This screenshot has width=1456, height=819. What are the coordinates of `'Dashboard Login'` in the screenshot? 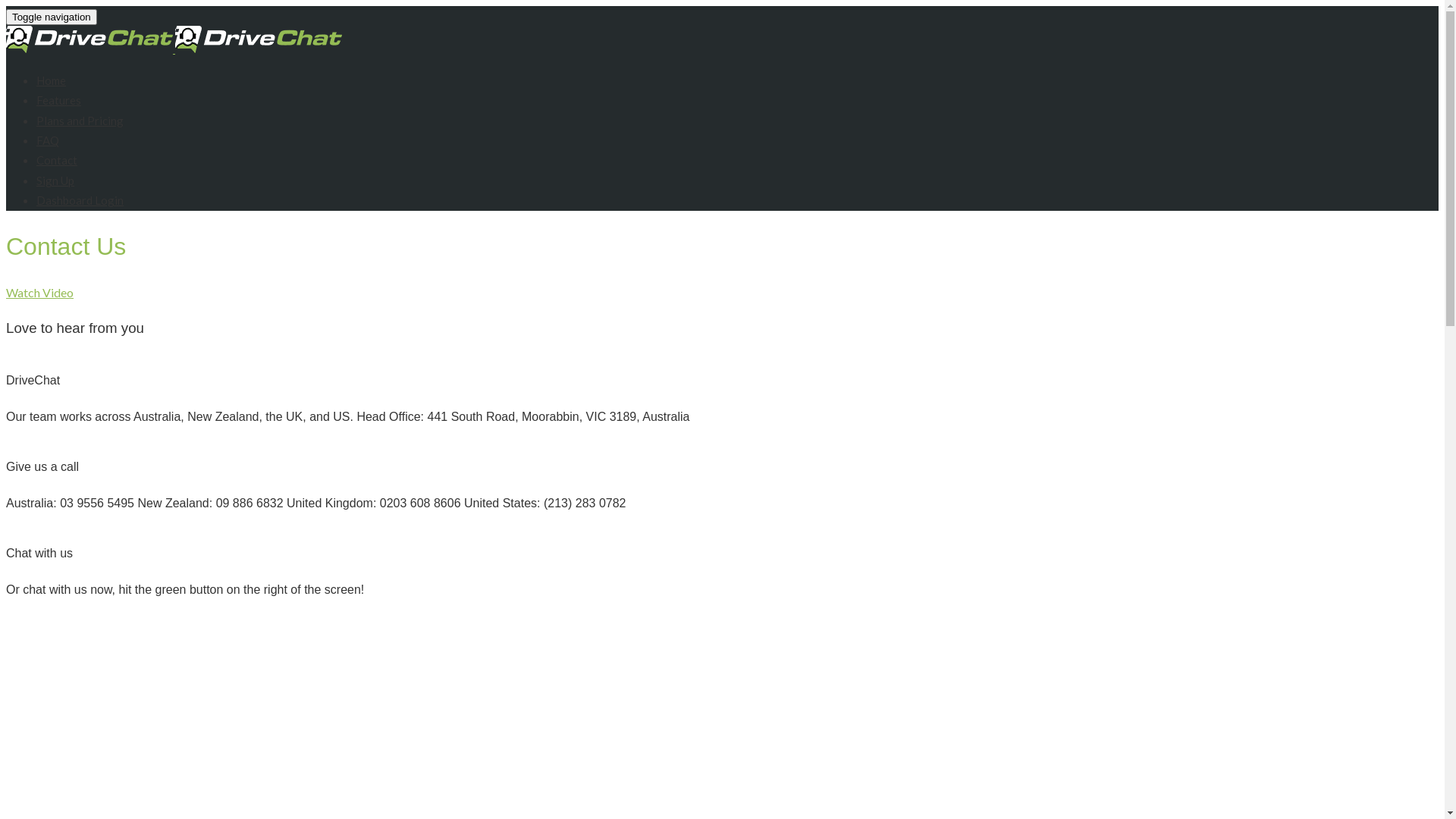 It's located at (79, 199).